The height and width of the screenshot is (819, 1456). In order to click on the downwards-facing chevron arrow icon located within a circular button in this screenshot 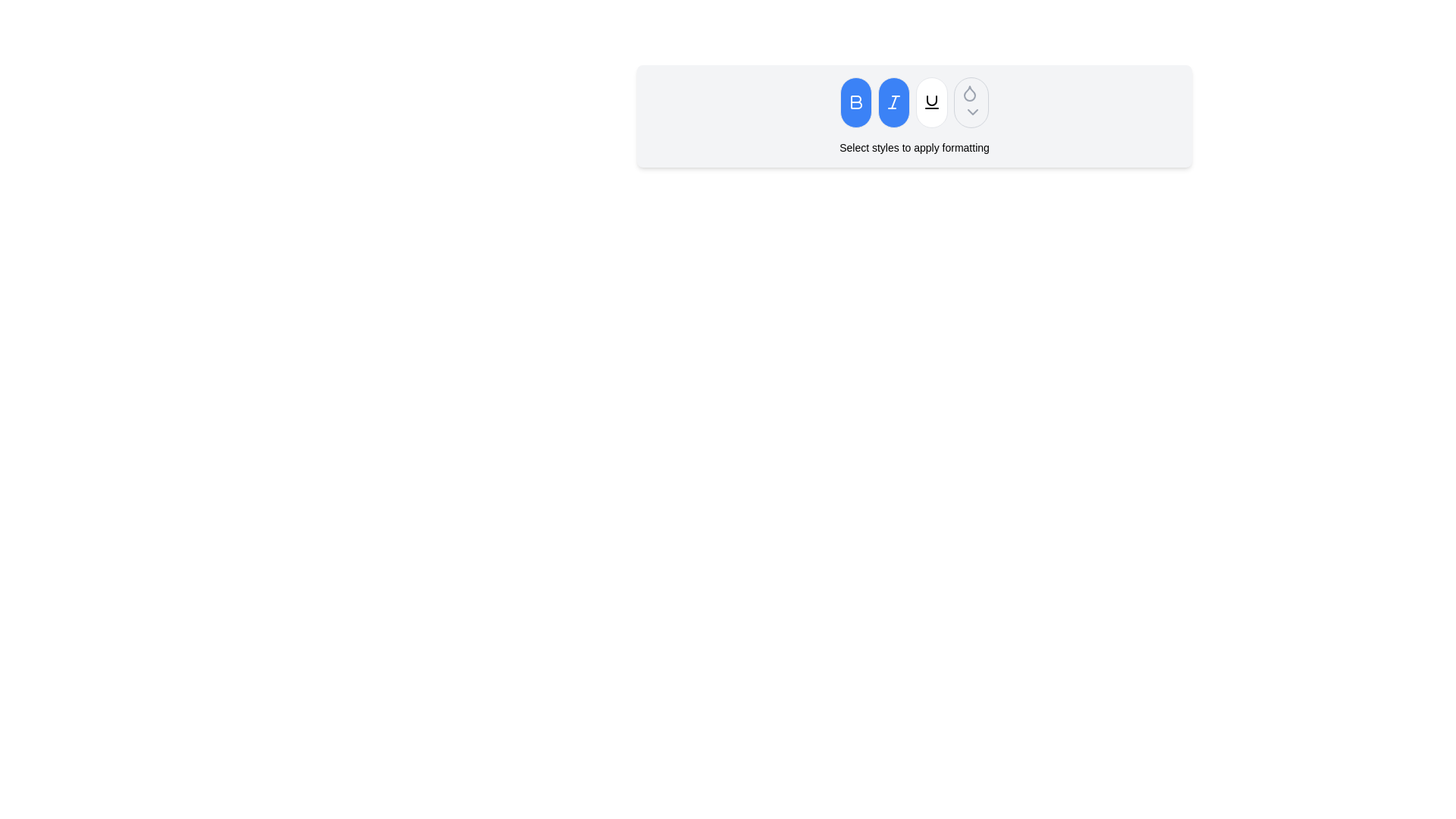, I will do `click(972, 110)`.